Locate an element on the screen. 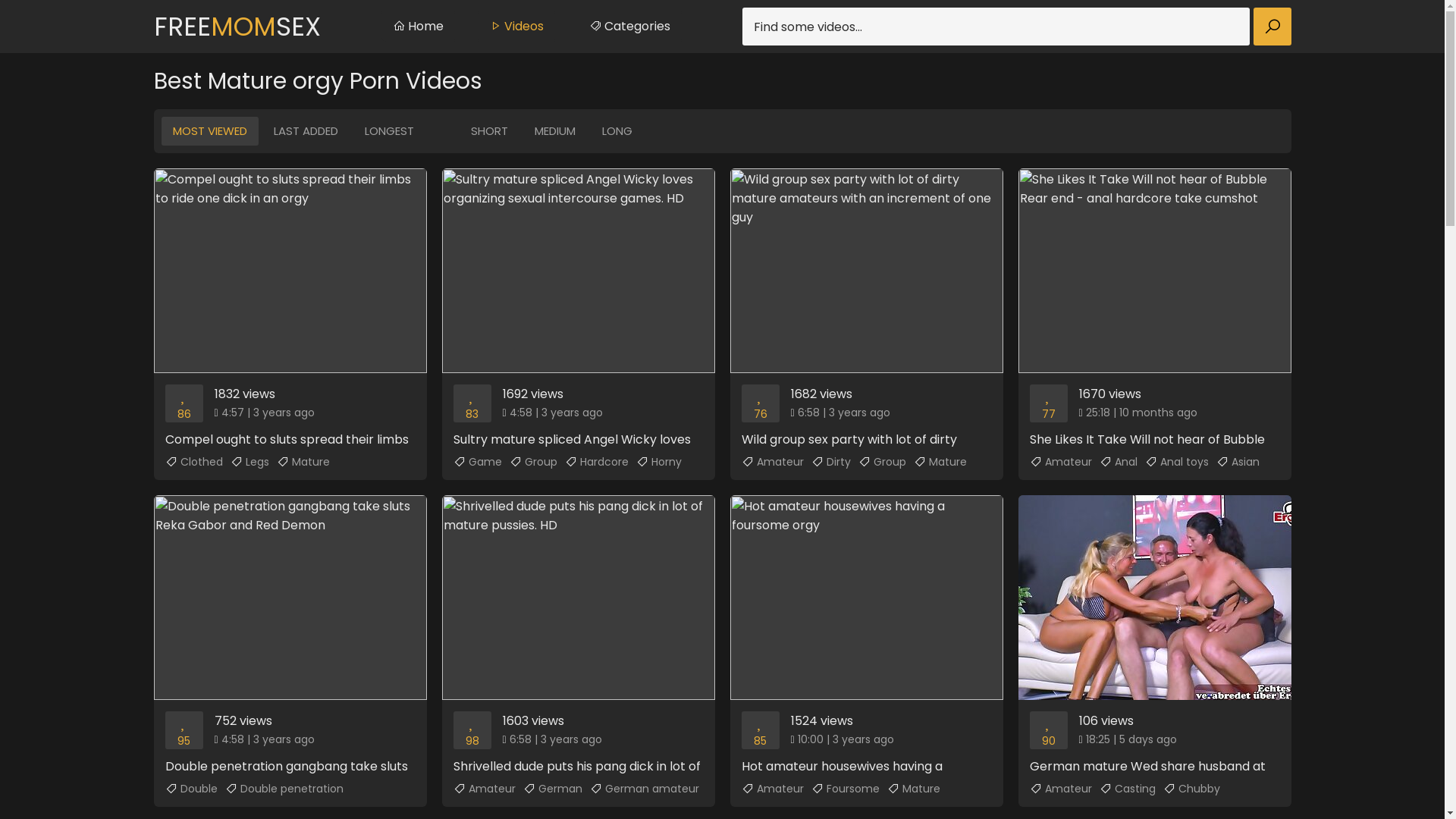  'Group' is located at coordinates (533, 461).